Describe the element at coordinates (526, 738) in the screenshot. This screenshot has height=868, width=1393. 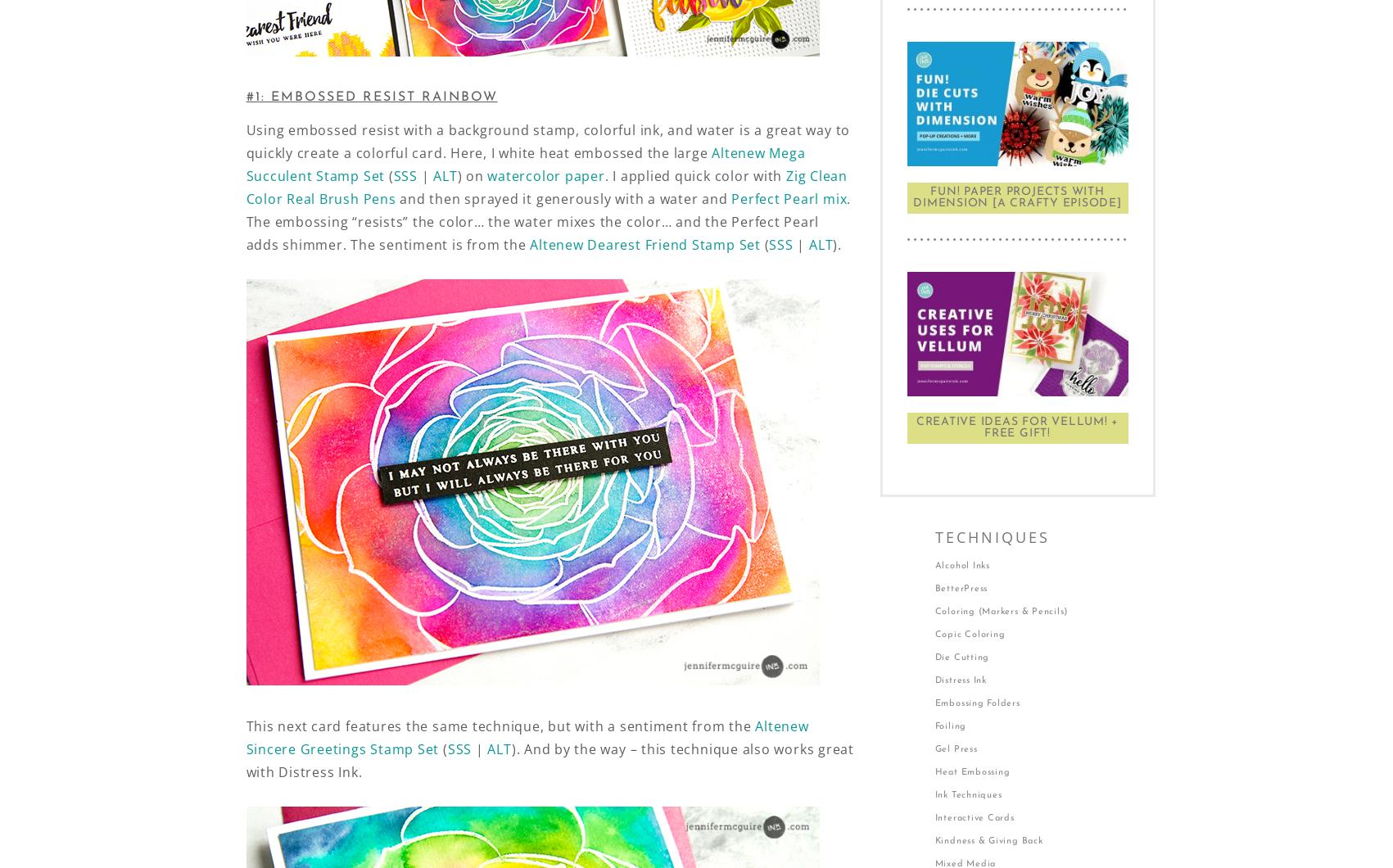
I see `'Altenew Sincere Greetings Stamp Set'` at that location.